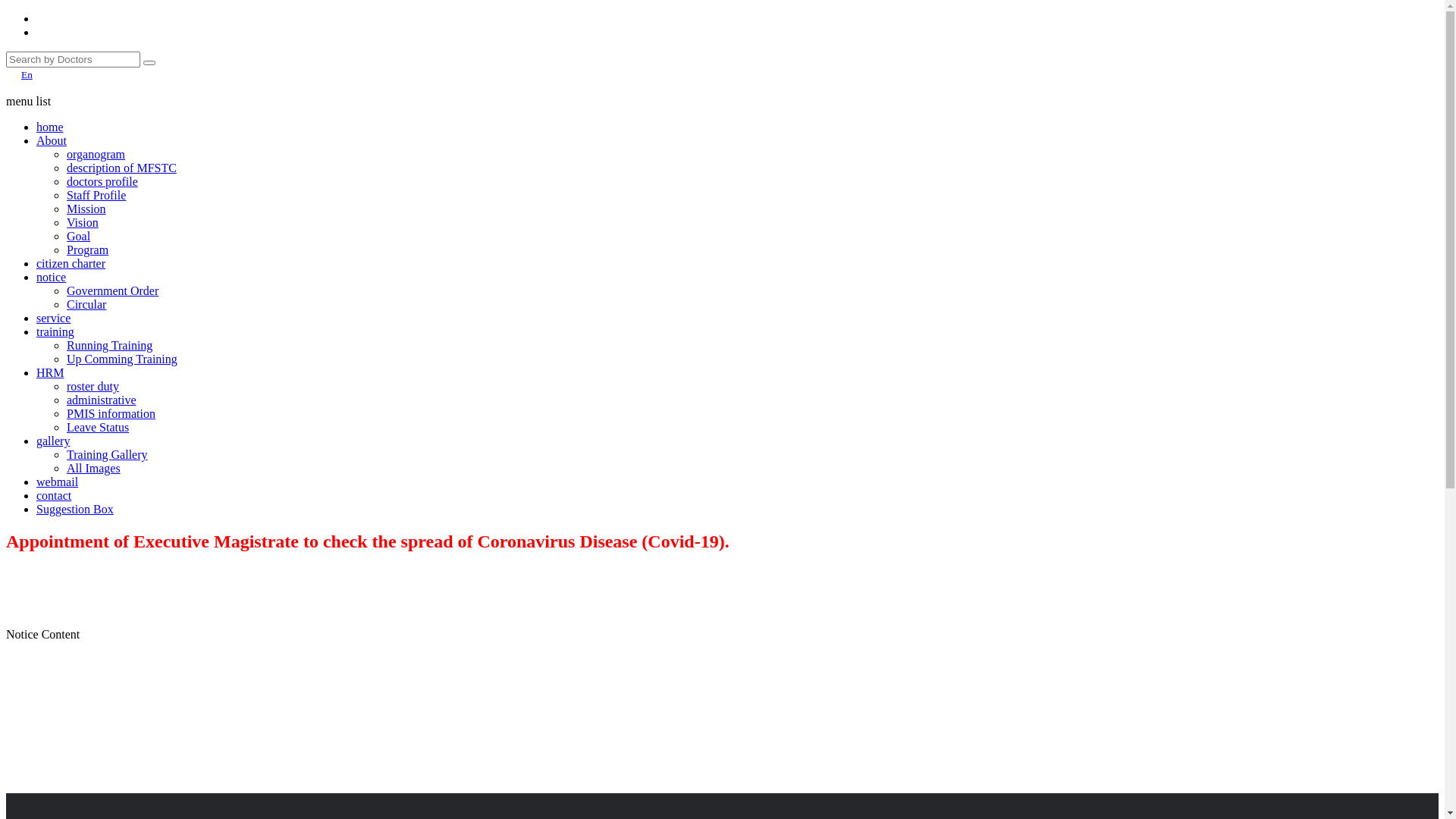  I want to click on 'PMIS information', so click(110, 413).